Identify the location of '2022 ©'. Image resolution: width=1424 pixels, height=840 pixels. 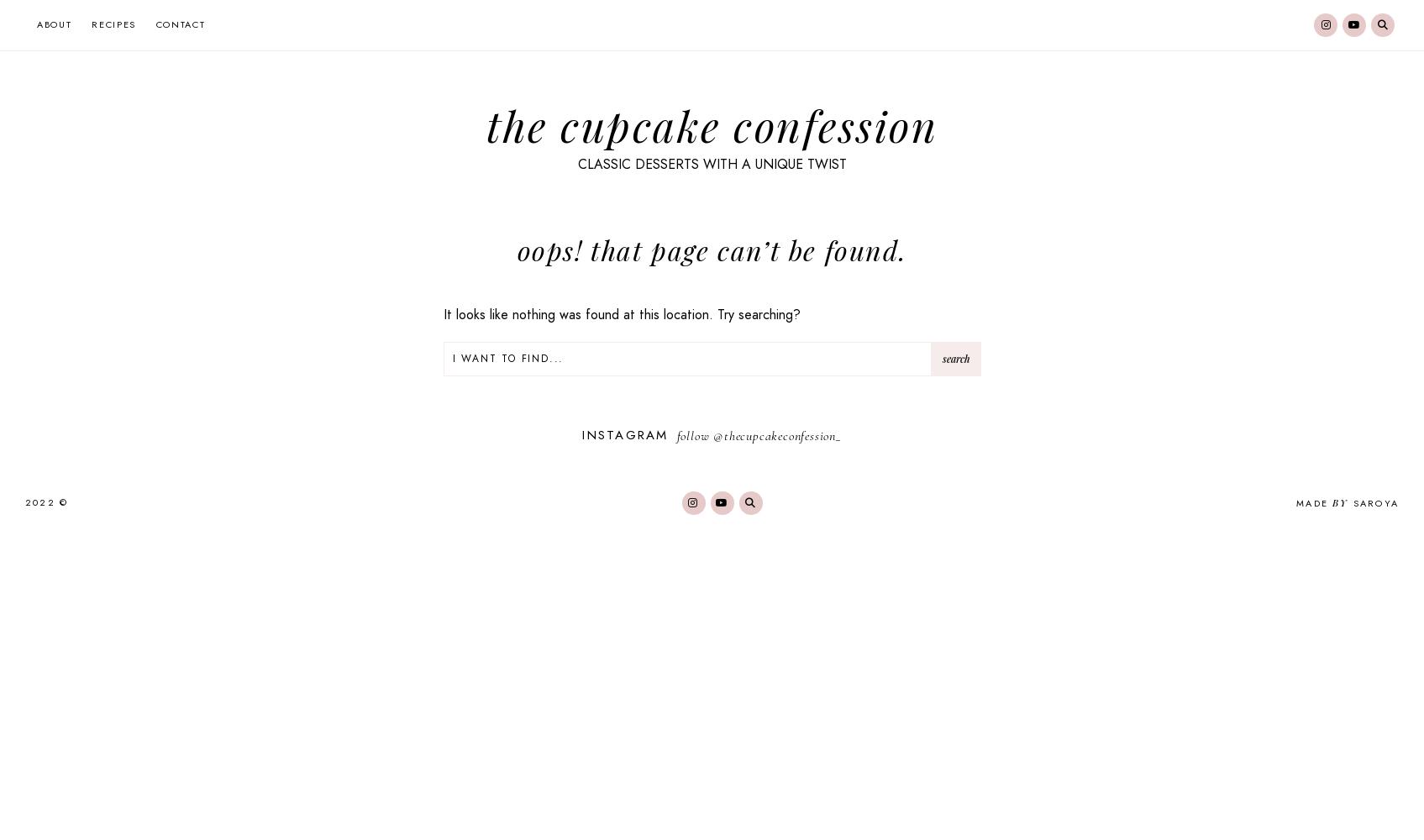
(46, 501).